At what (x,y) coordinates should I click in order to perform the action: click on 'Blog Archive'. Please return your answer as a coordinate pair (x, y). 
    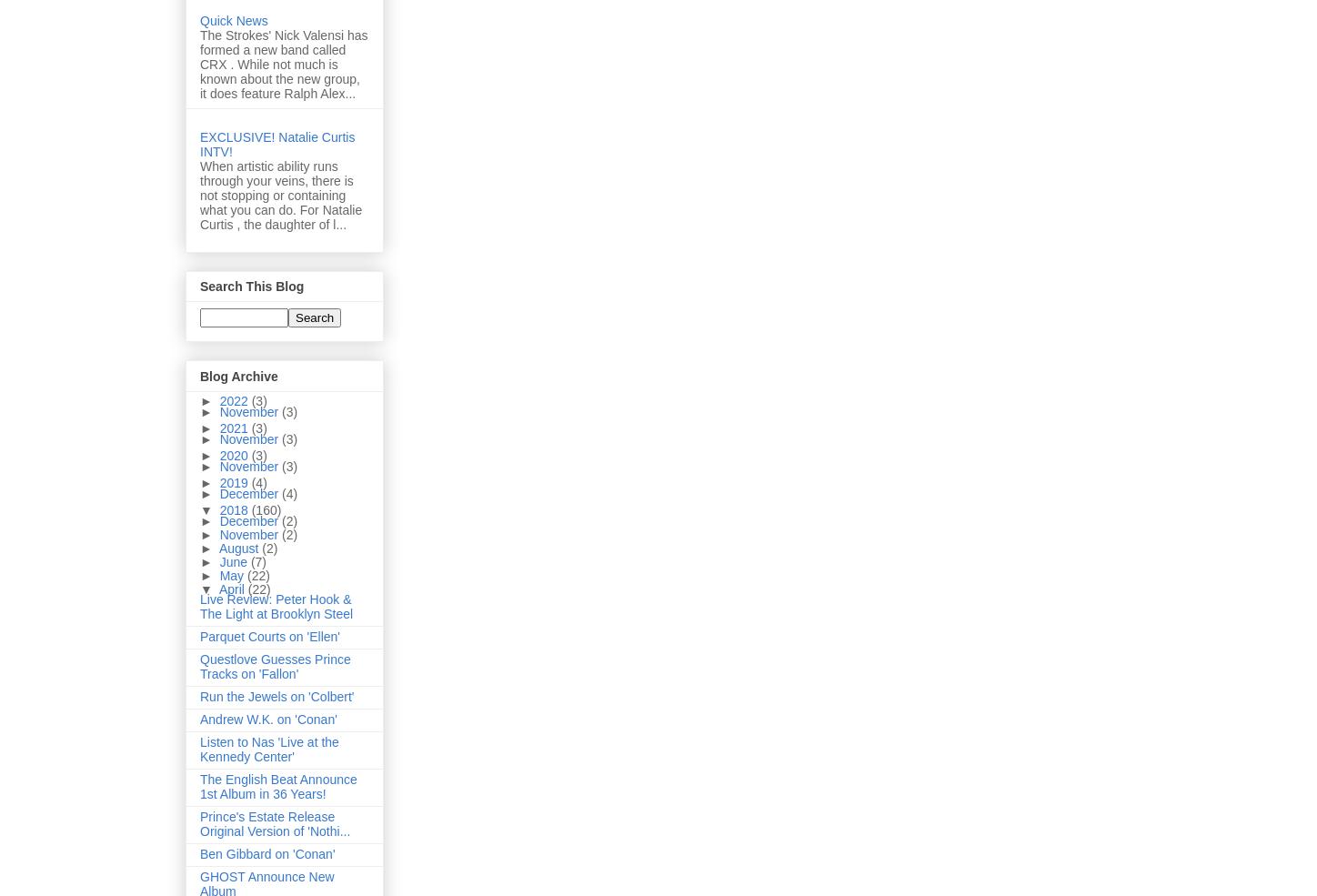
    Looking at the image, I should click on (238, 375).